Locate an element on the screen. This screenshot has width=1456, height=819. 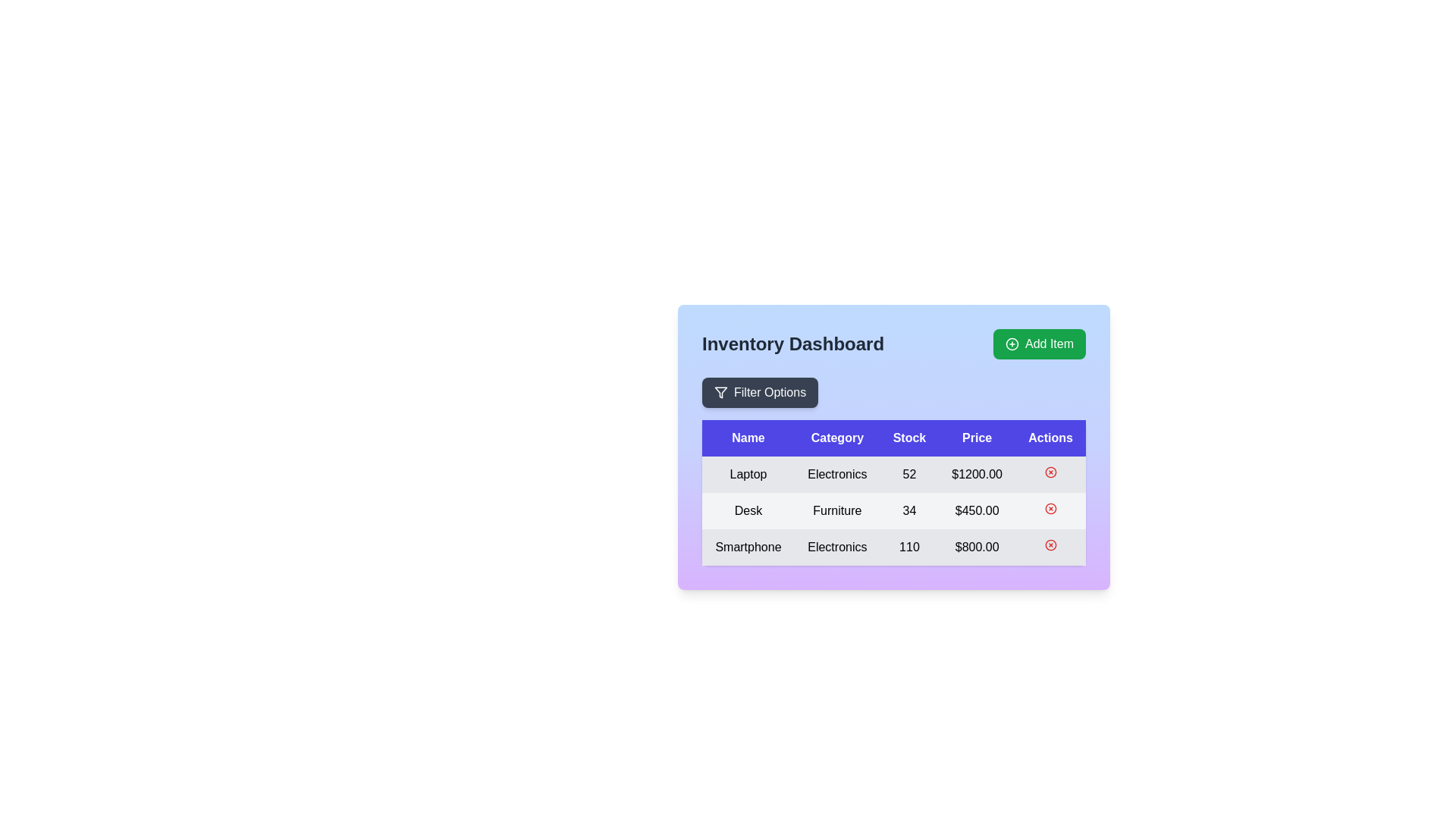
the visual representation of the stylized funnel icon located within the 'Filter Options' button in the header area of the Inventory Dashboard is located at coordinates (720, 391).